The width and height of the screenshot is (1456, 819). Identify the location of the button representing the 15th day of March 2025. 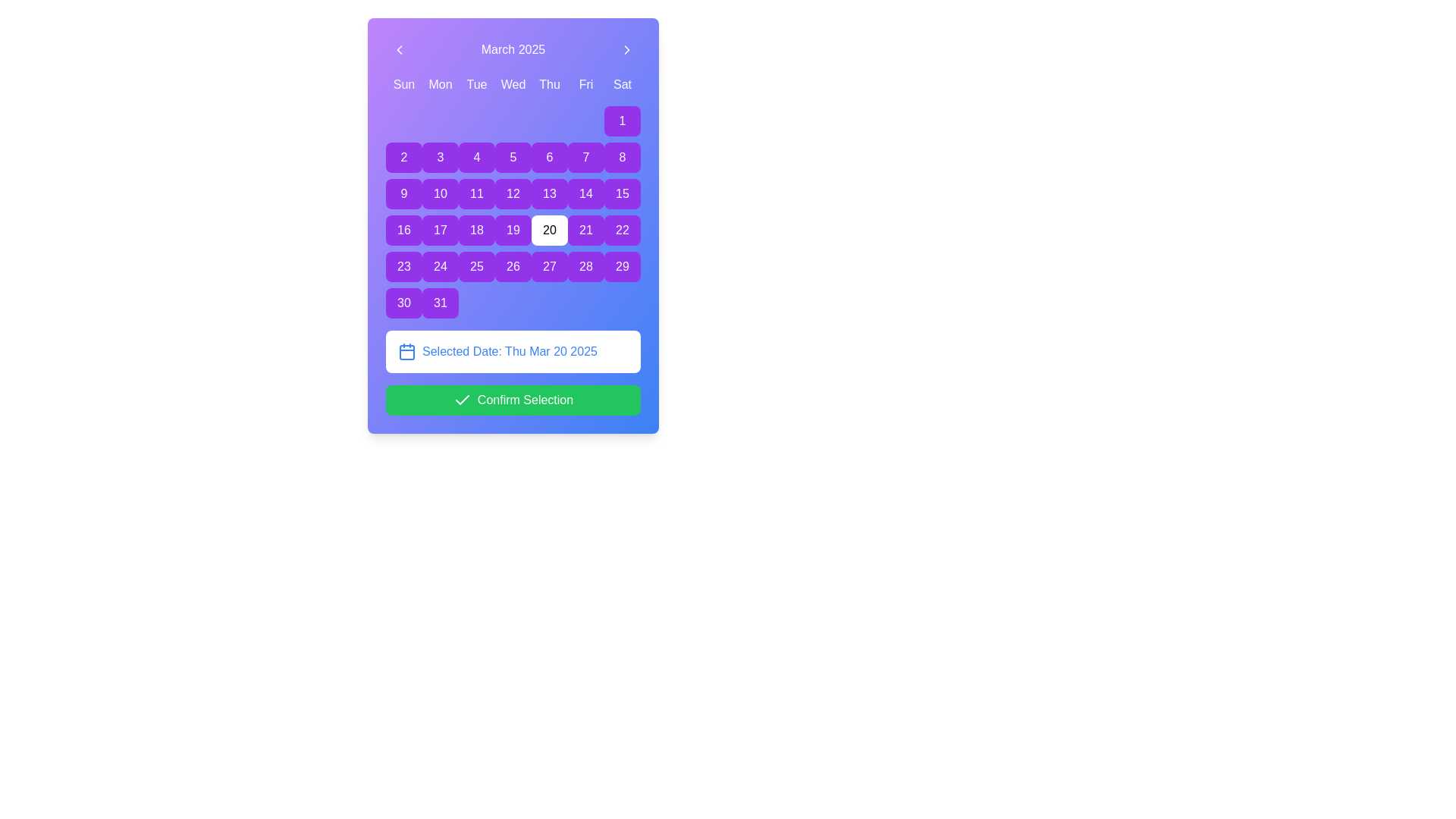
(622, 193).